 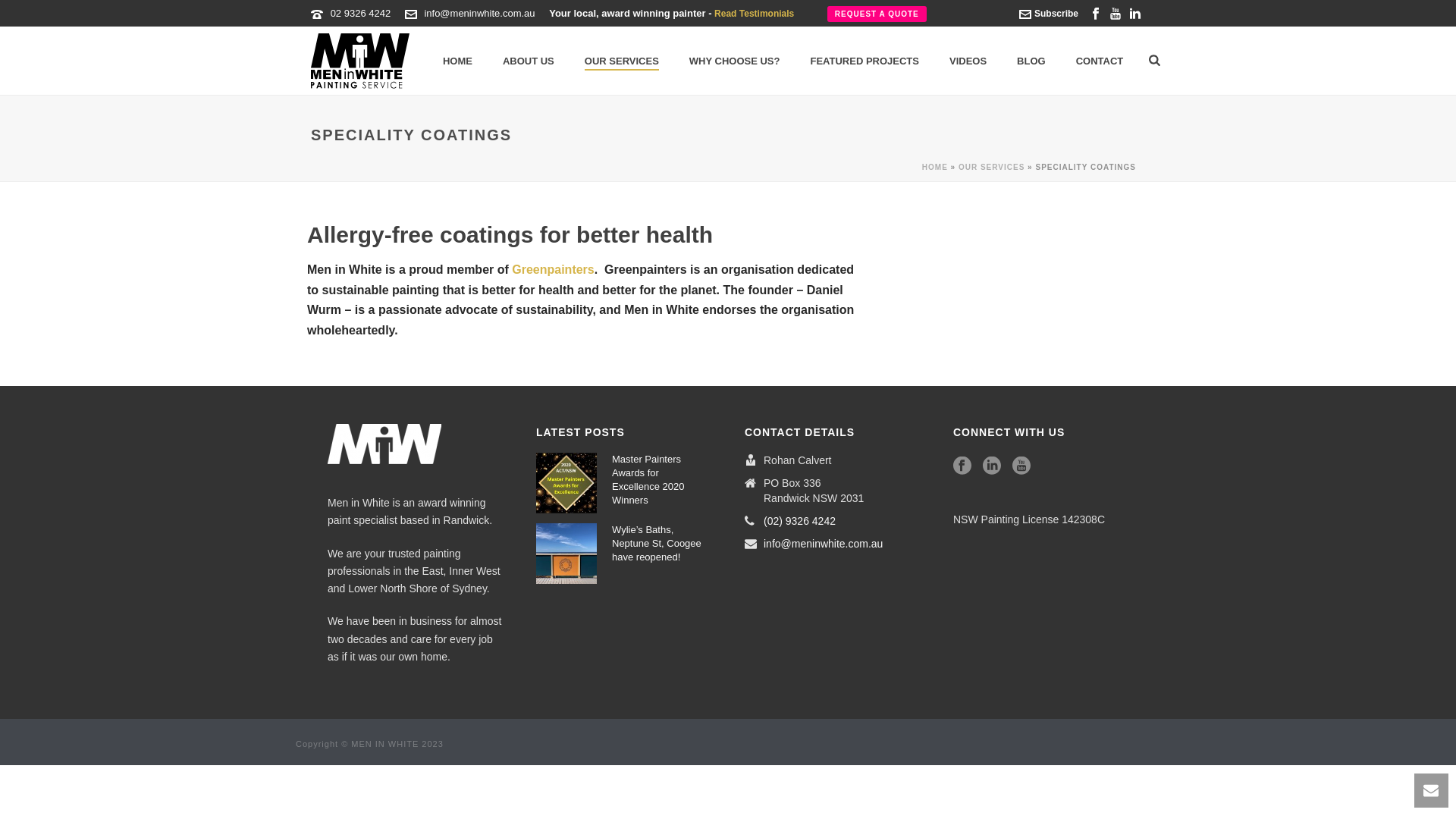 What do you see at coordinates (359, 13) in the screenshot?
I see `'02 9326 4242'` at bounding box center [359, 13].